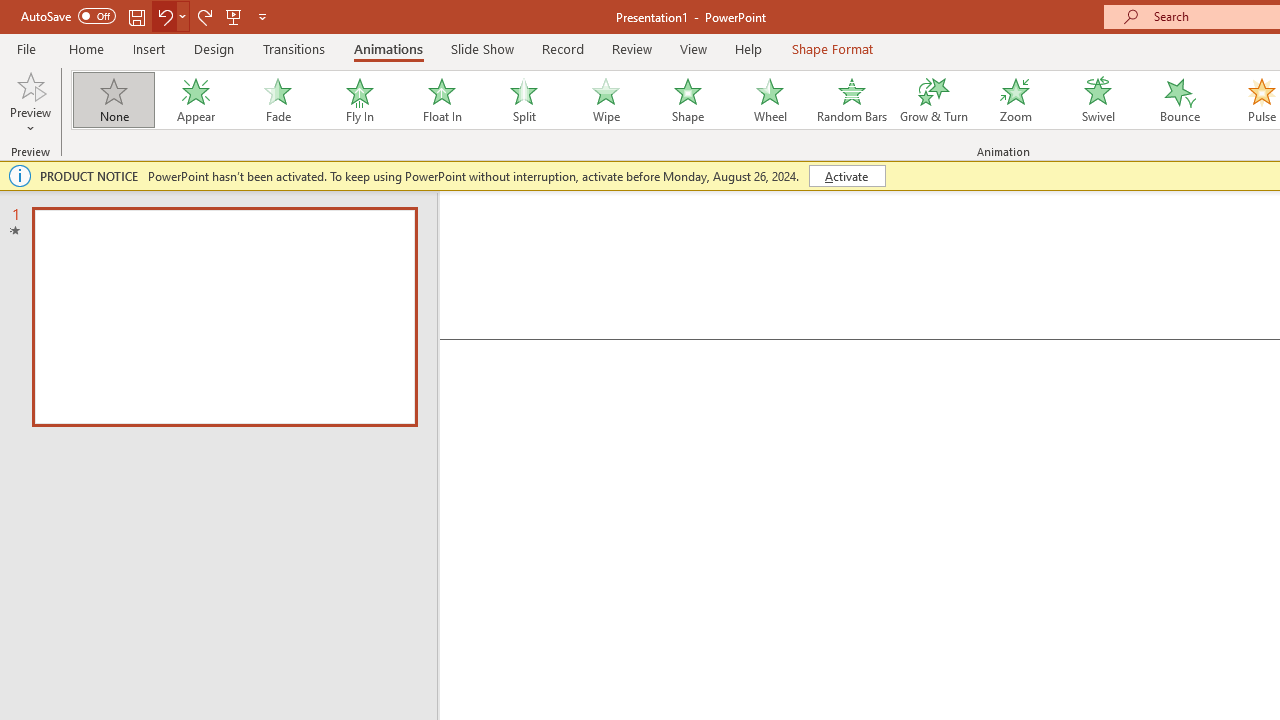 Image resolution: width=1280 pixels, height=720 pixels. Describe the element at coordinates (112, 100) in the screenshot. I see `'None'` at that location.